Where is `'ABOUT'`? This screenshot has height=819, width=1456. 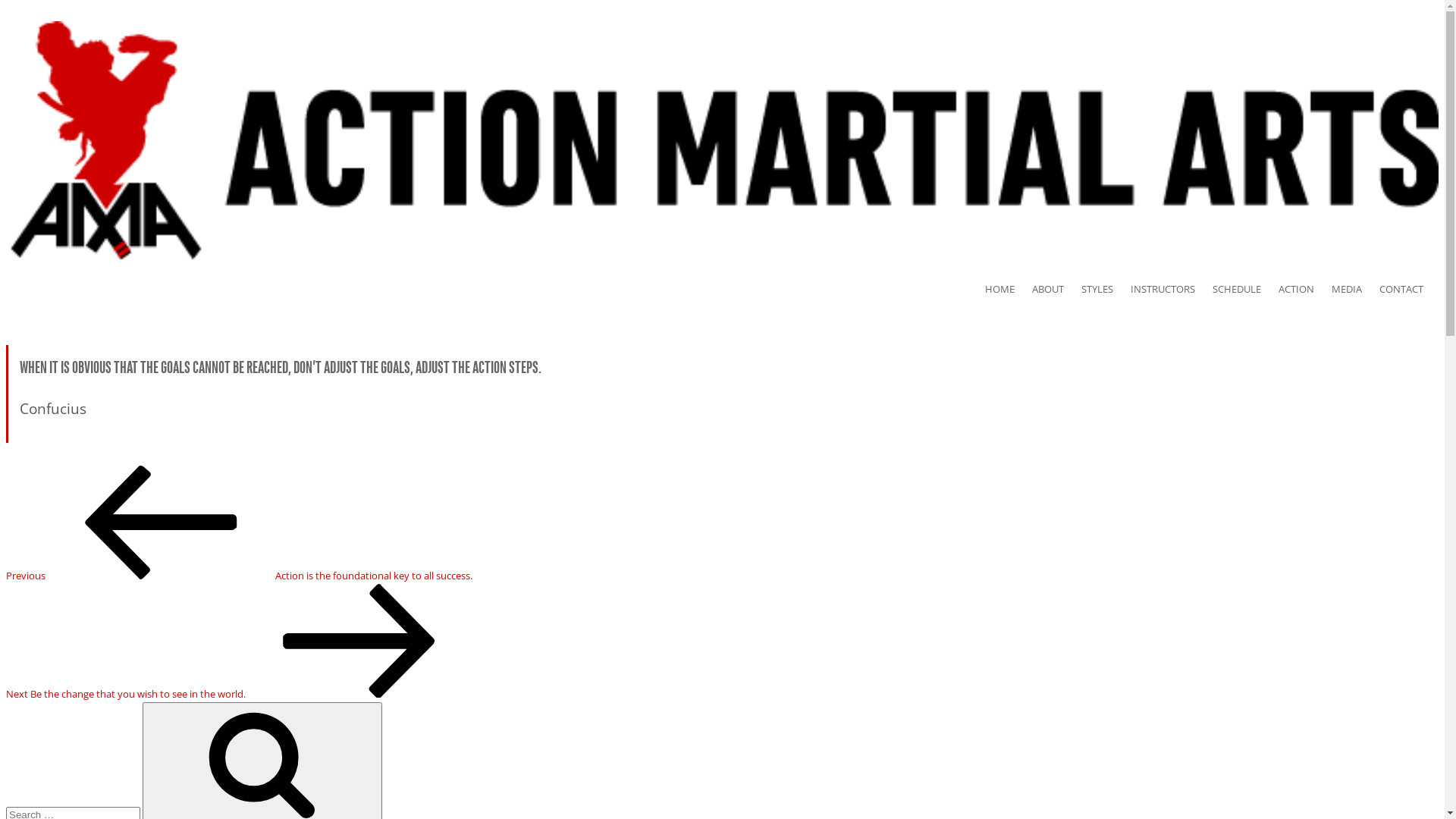 'ABOUT' is located at coordinates (1055, 289).